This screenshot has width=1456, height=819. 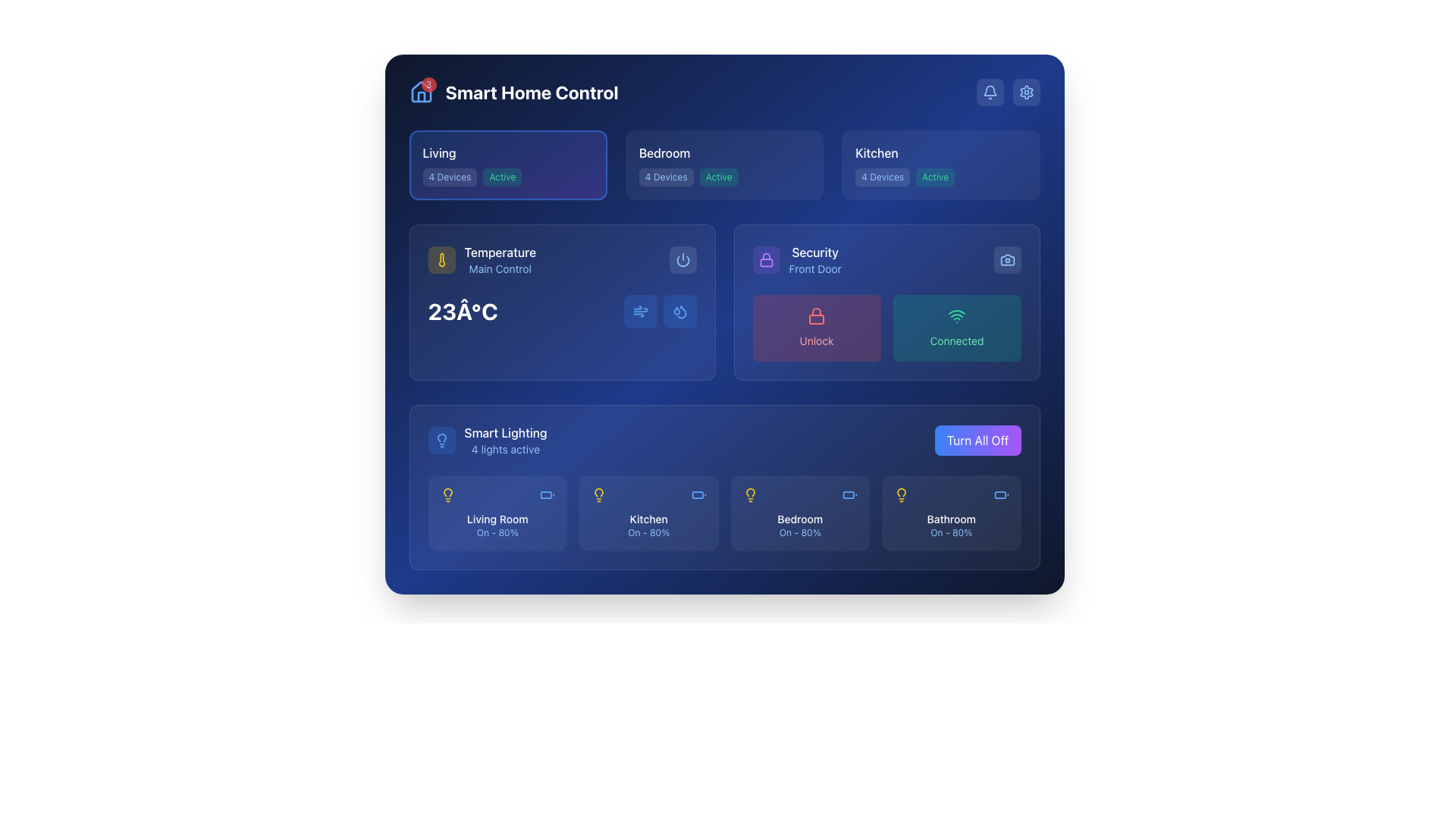 I want to click on the first clickable card component in the Smart Lighting section, which features a yellow lightbulb icon on the left and a blue battery icon on the right, along with the text 'Living Room' and 'On - 80%', so click(x=497, y=513).